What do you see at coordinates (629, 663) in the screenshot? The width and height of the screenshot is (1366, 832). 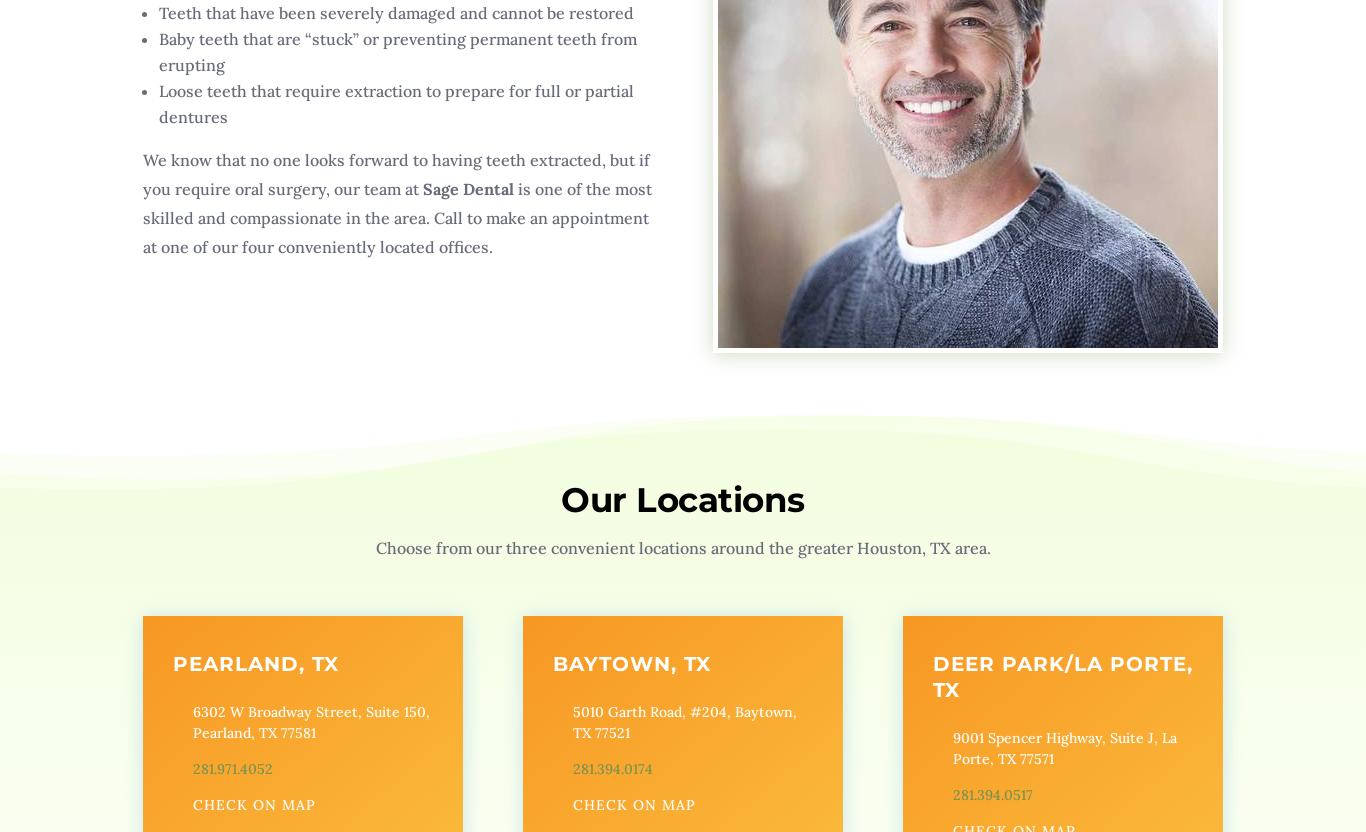 I see `'BAYTOWN, TX'` at bounding box center [629, 663].